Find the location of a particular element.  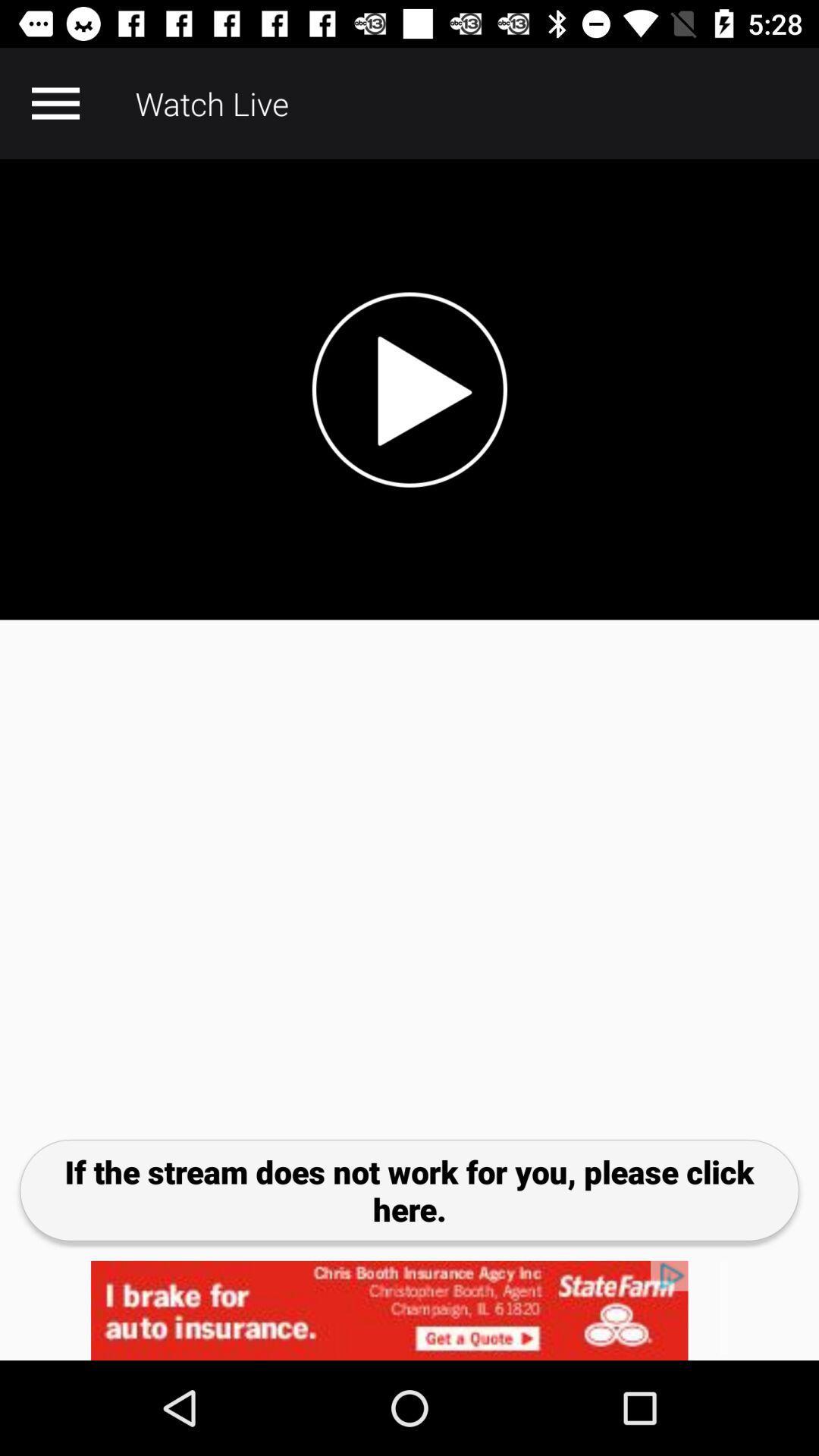

advertisement click is located at coordinates (409, 1310).